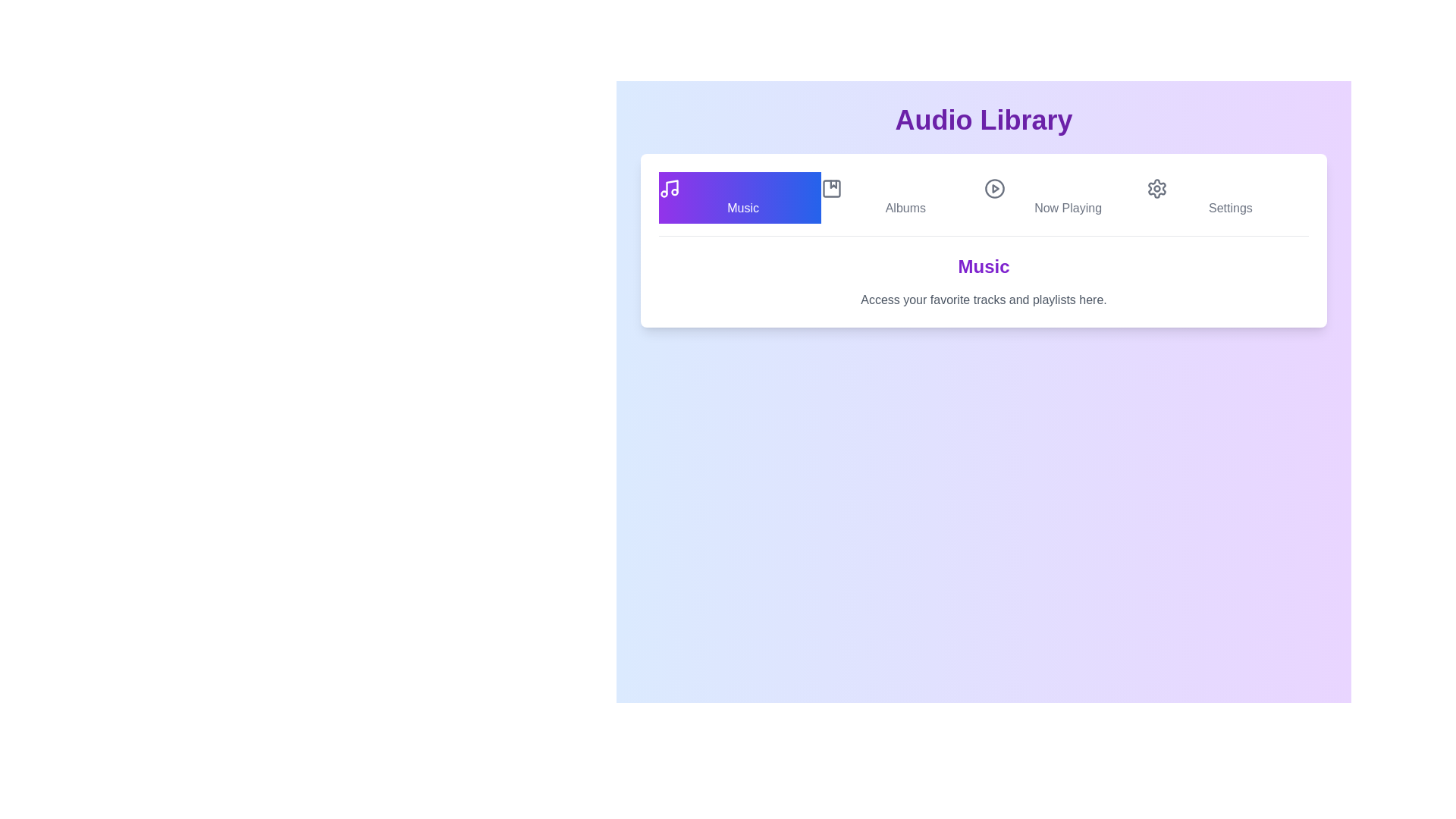 This screenshot has height=819, width=1456. Describe the element at coordinates (1064, 197) in the screenshot. I see `the 'Now Playing' button, which is the third item in the top navigation area` at that location.